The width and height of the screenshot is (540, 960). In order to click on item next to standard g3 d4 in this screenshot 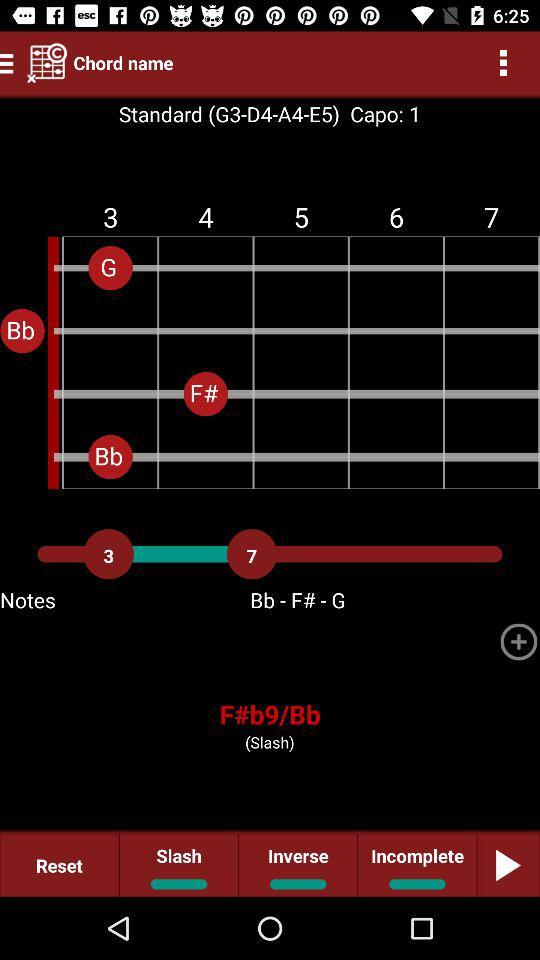, I will do `click(380, 114)`.